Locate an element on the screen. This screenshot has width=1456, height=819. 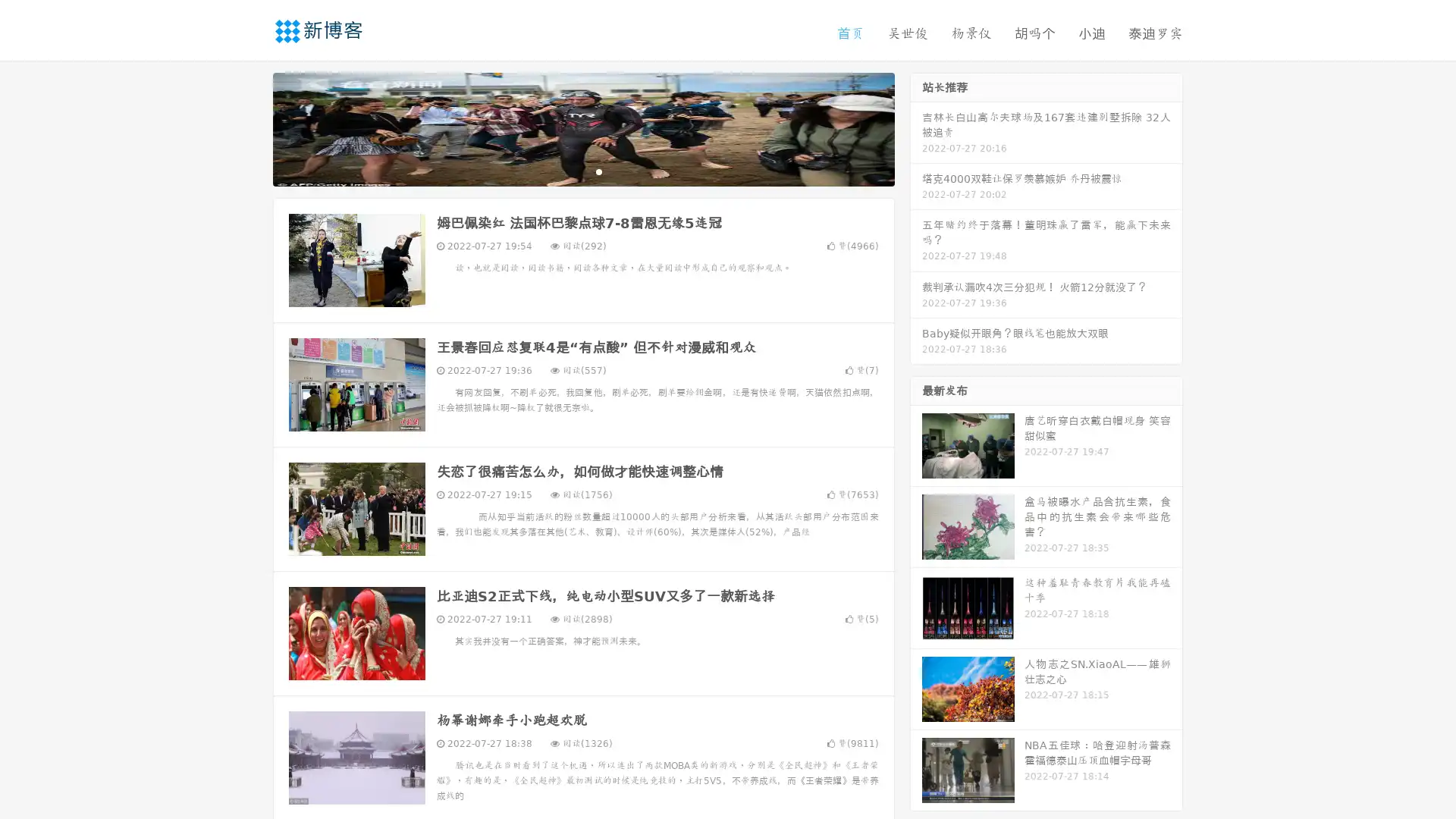
Go to slide 2 is located at coordinates (582, 171).